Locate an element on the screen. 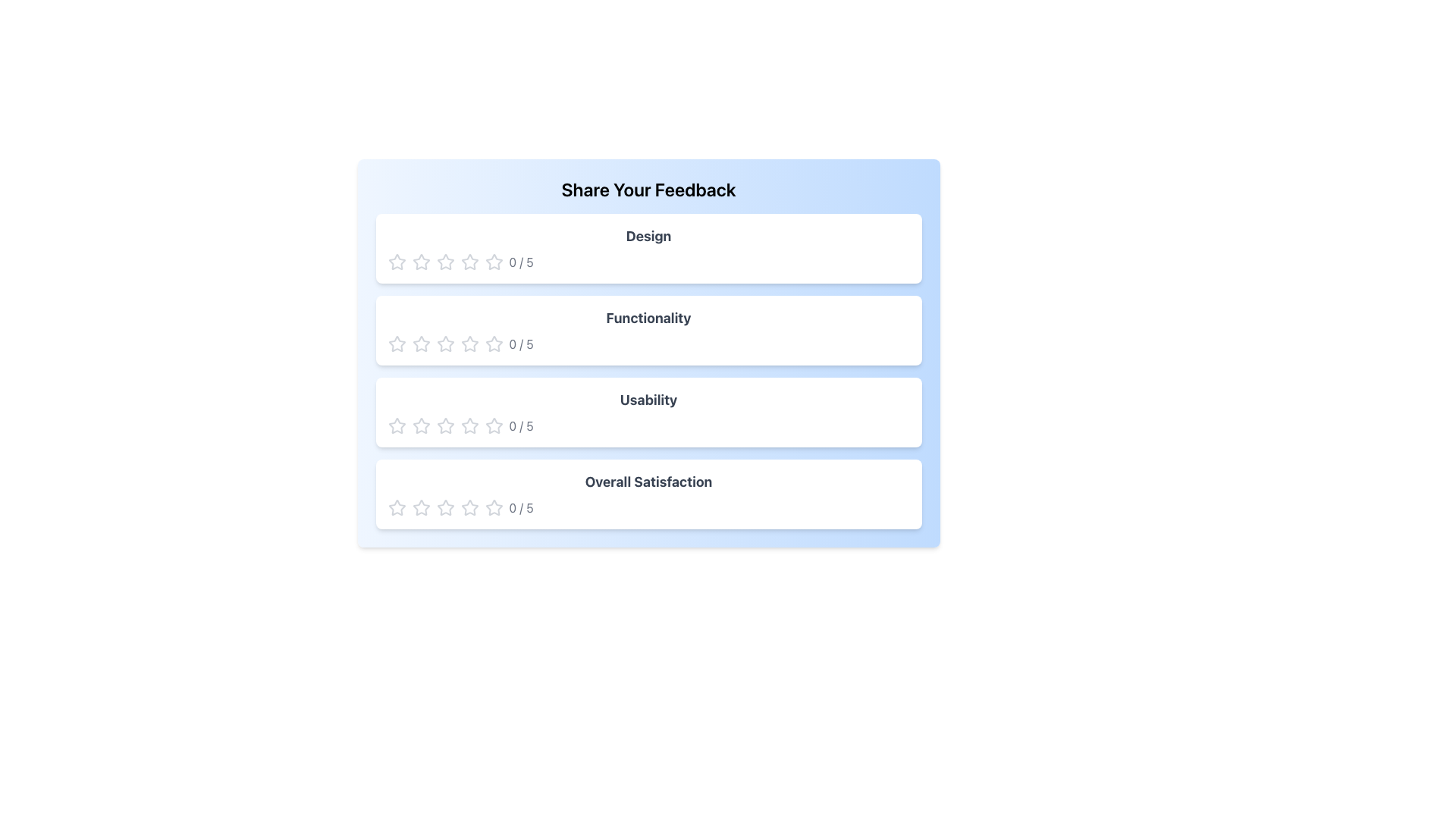 Image resolution: width=1456 pixels, height=819 pixels. the third star in the horizontal row of five stars under the 'Functionality' rating section to rate is located at coordinates (444, 344).